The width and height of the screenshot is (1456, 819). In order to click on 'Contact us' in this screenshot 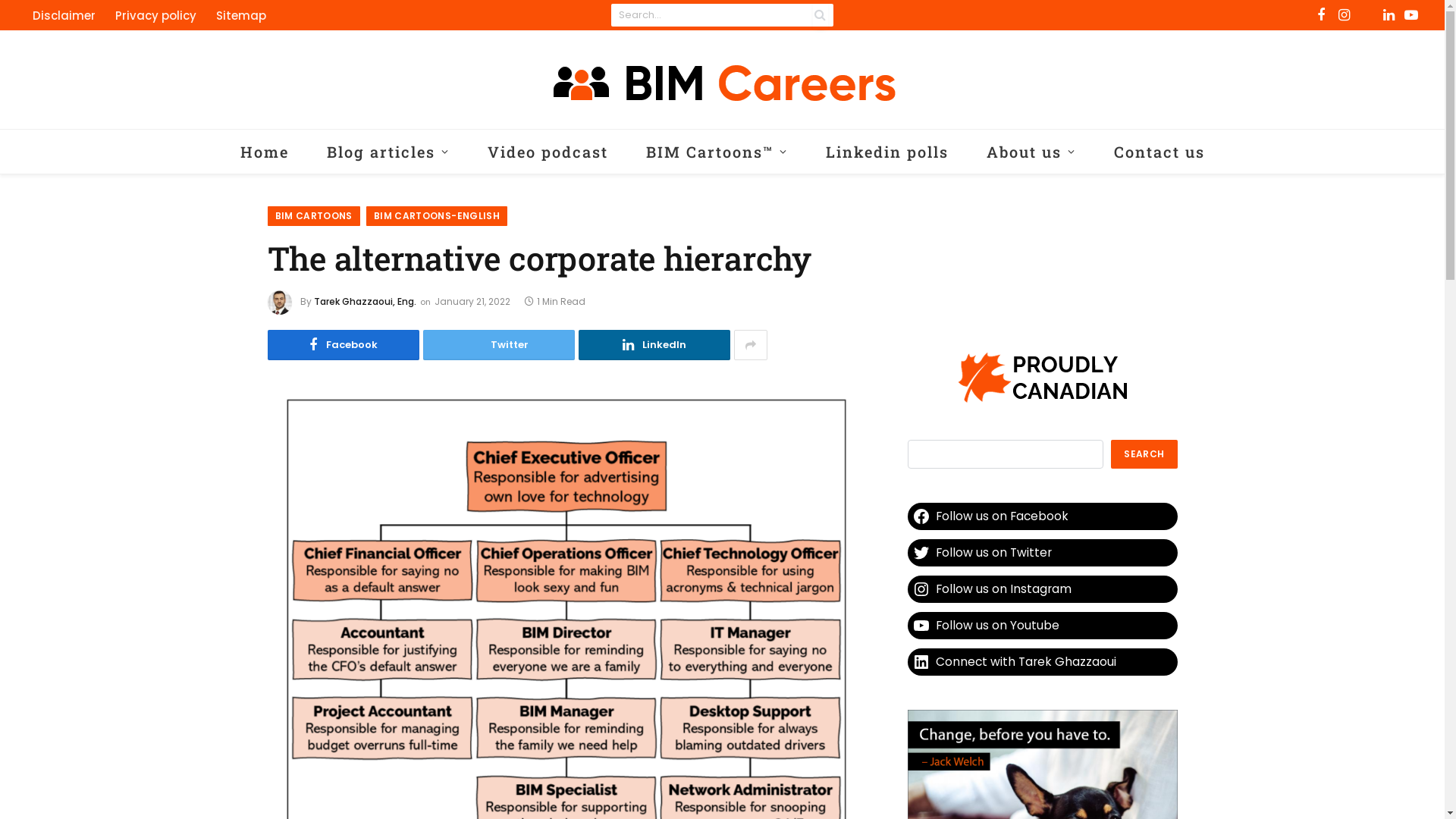, I will do `click(1159, 152)`.